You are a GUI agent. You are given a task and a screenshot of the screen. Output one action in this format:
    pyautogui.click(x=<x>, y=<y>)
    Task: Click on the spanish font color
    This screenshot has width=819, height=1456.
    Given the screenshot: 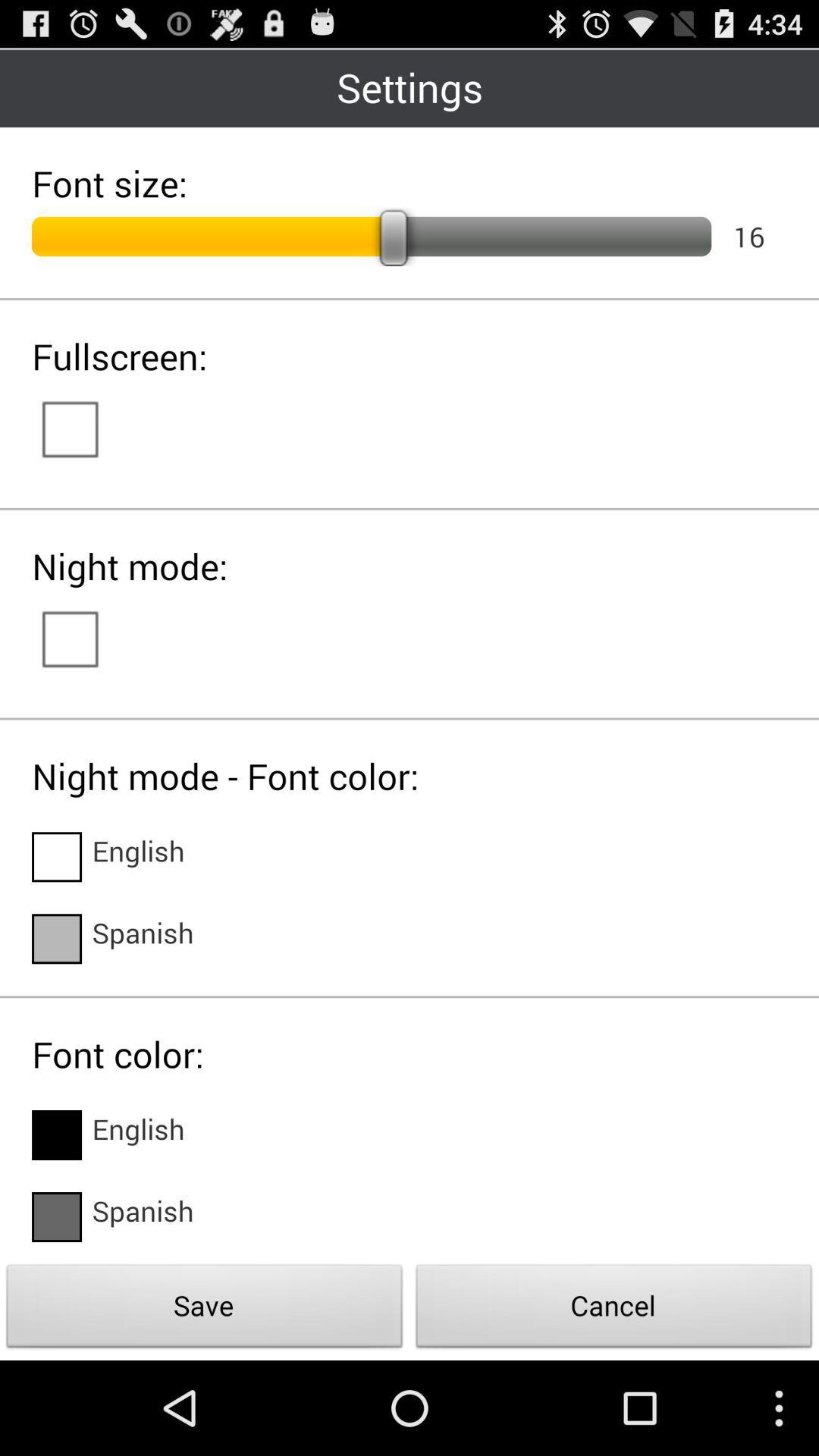 What is the action you would take?
    pyautogui.click(x=55, y=1216)
    